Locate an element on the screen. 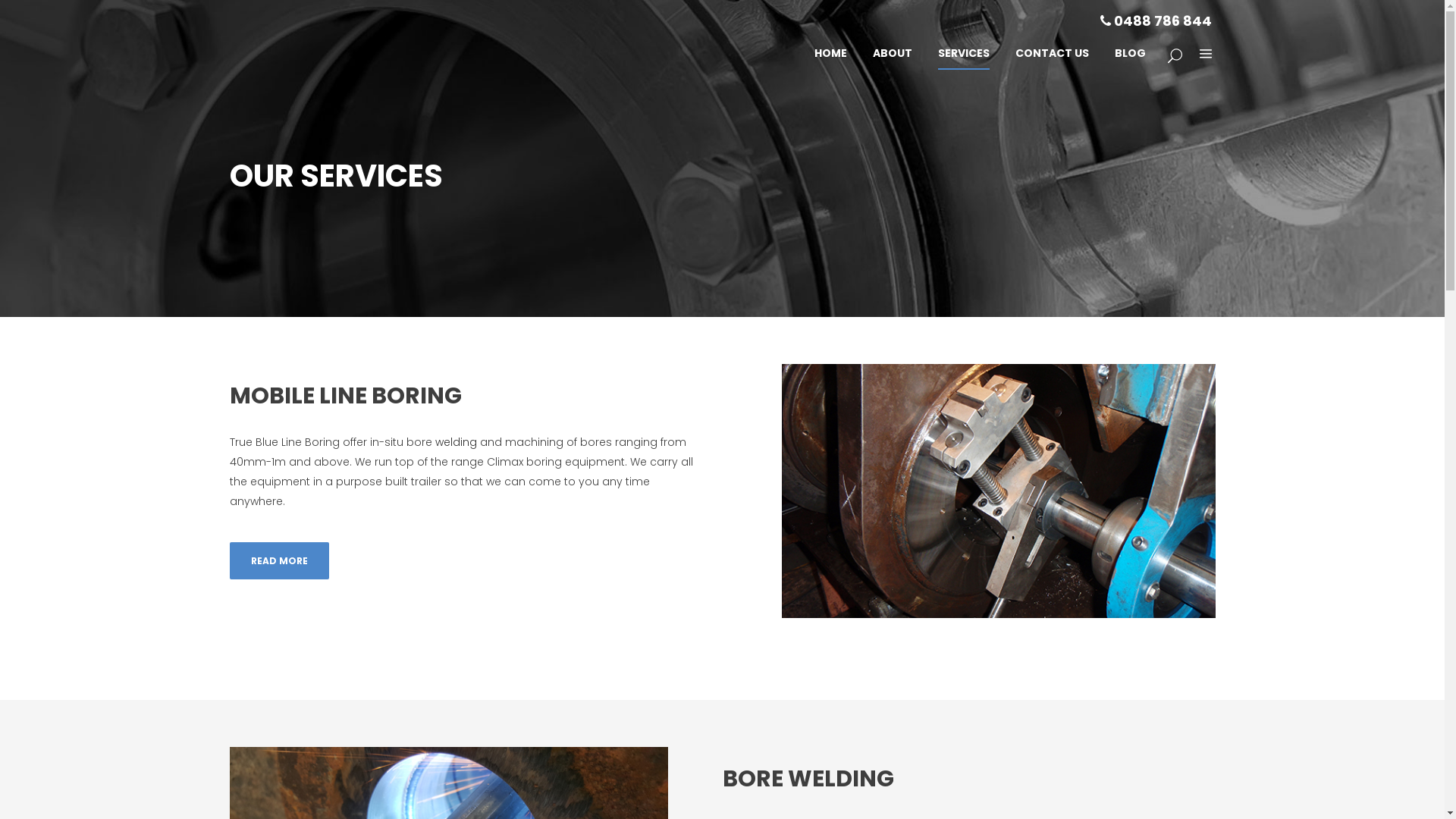 The width and height of the screenshot is (1456, 819). 'BLOG' is located at coordinates (1129, 52).